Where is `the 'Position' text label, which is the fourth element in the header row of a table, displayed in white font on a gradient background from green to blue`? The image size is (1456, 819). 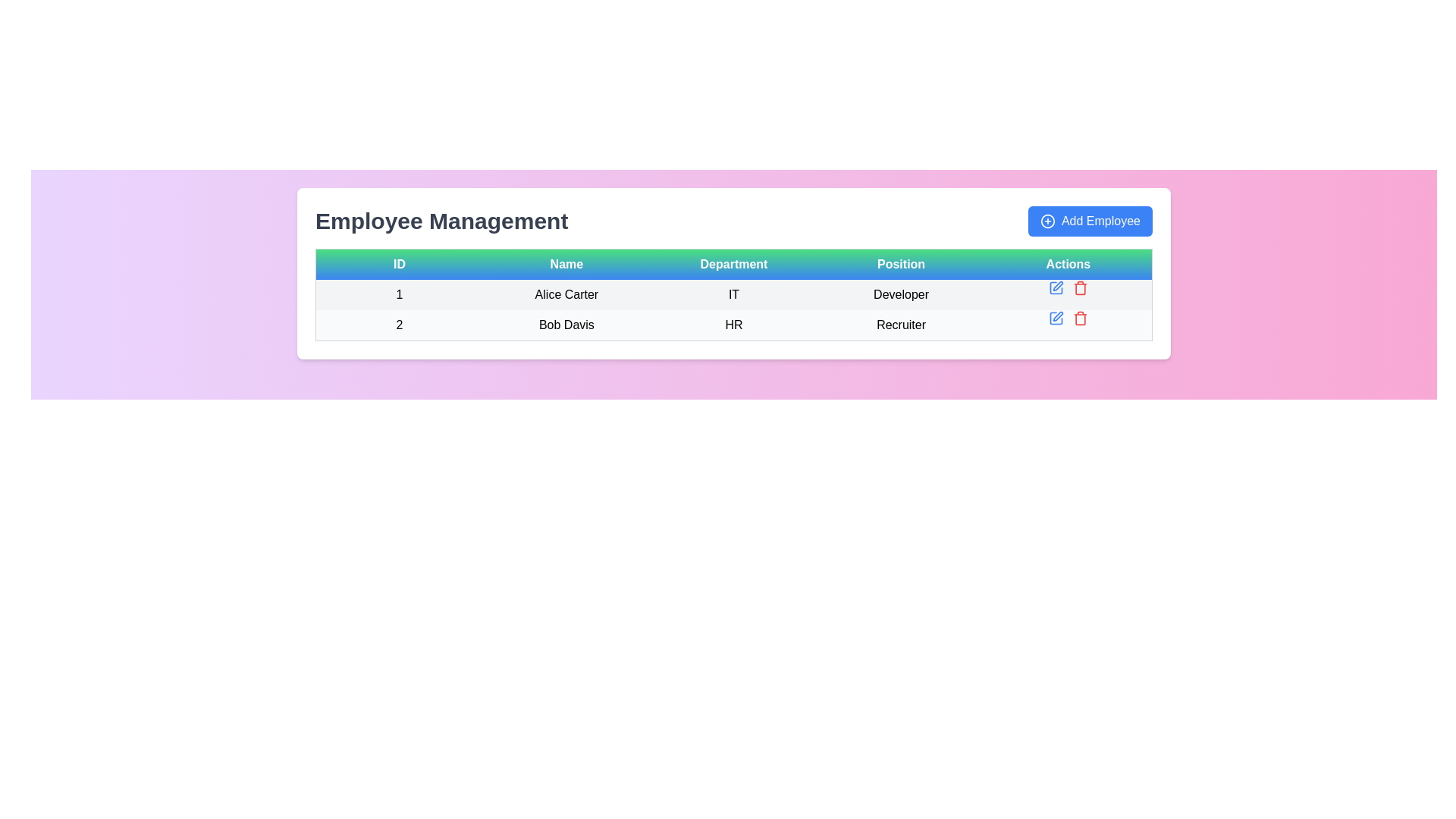 the 'Position' text label, which is the fourth element in the header row of a table, displayed in white font on a gradient background from green to blue is located at coordinates (901, 263).